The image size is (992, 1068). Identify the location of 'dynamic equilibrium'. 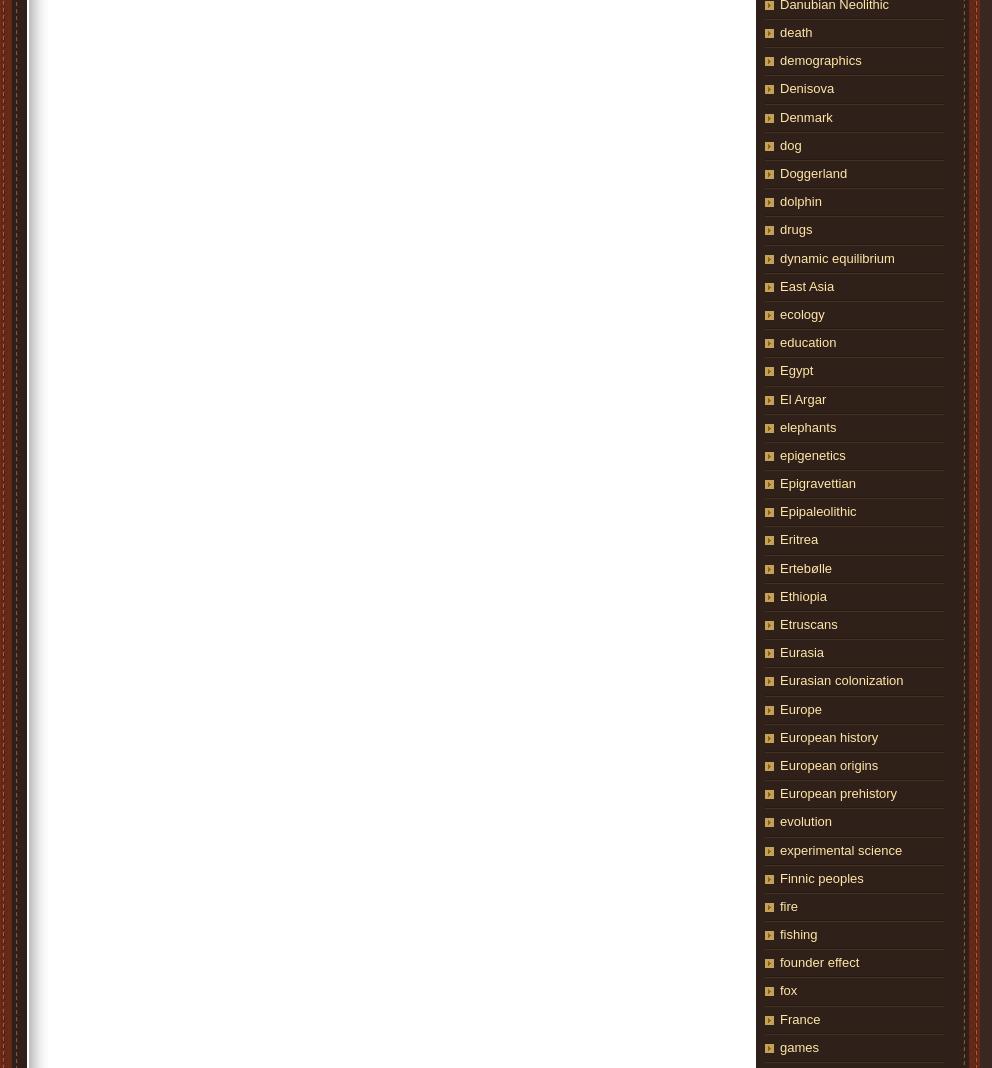
(779, 257).